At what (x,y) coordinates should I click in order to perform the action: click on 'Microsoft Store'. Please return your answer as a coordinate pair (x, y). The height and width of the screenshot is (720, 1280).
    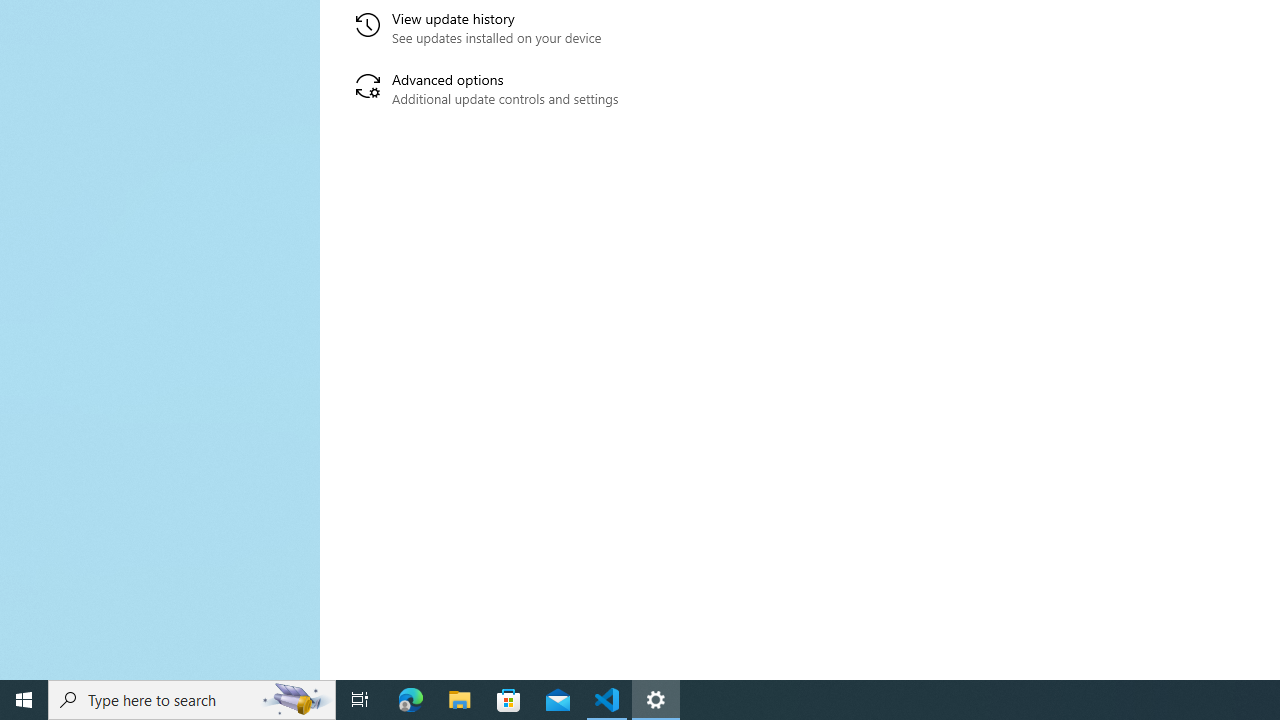
    Looking at the image, I should click on (509, 698).